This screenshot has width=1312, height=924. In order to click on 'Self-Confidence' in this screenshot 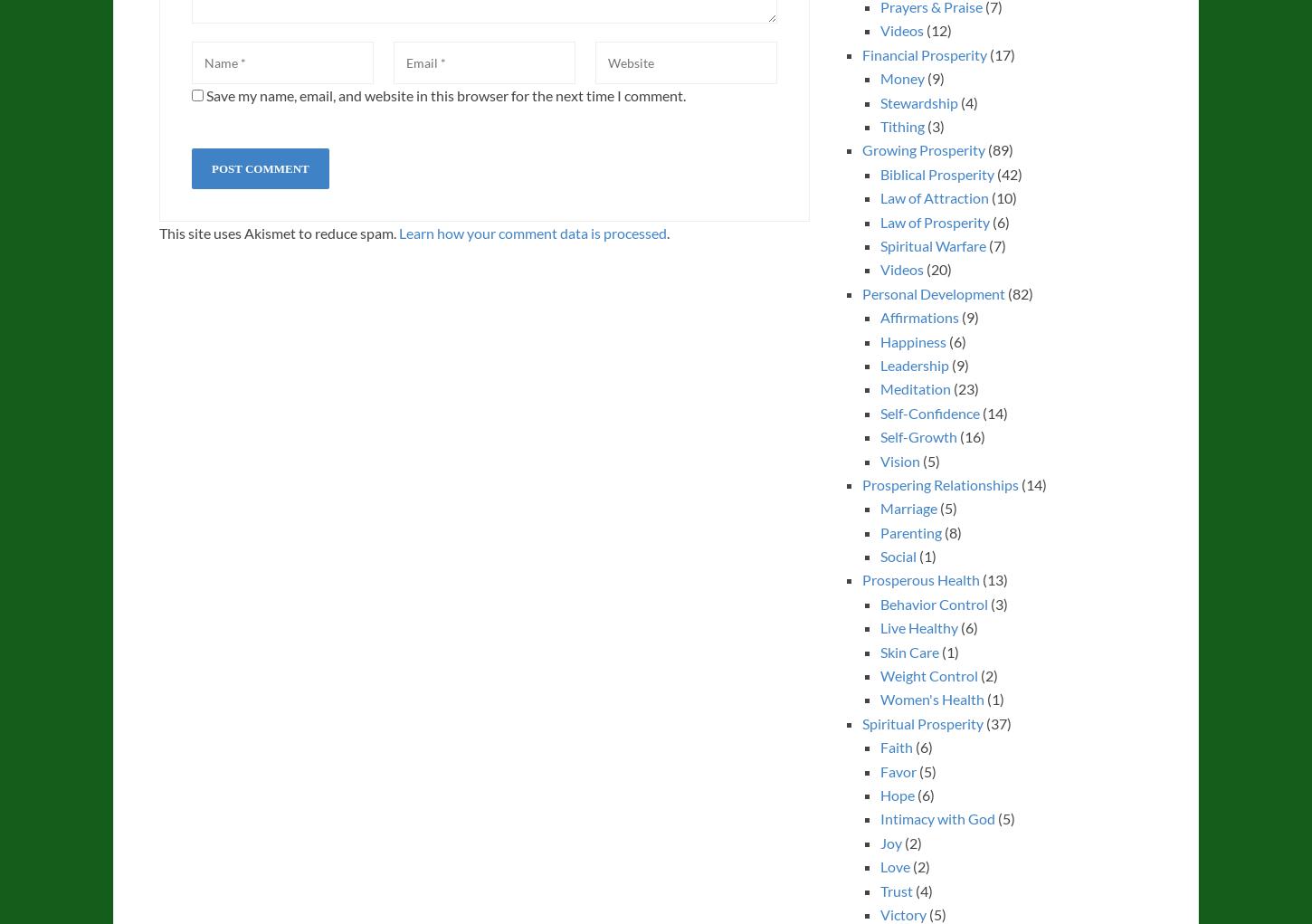, I will do `click(879, 412)`.